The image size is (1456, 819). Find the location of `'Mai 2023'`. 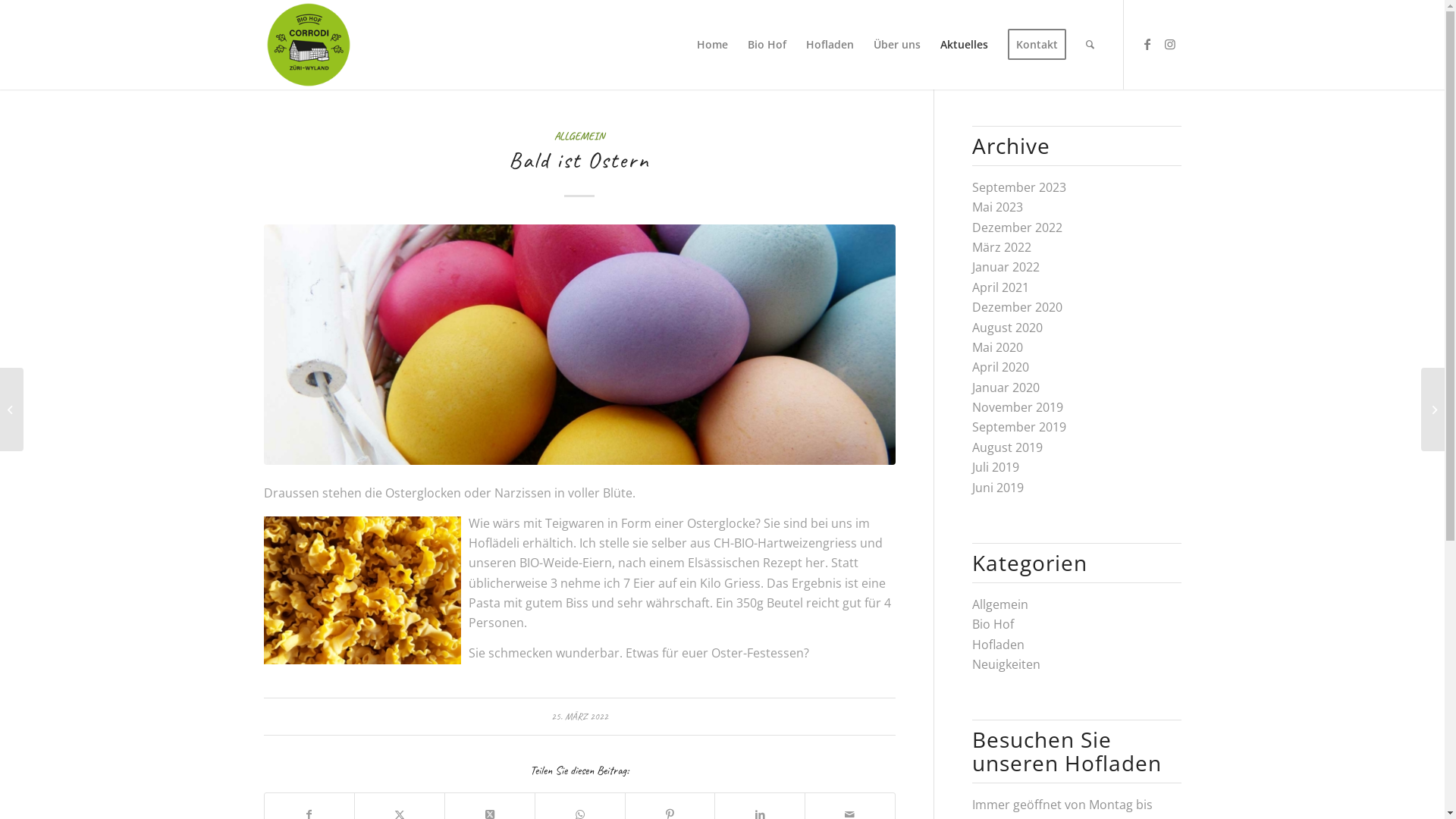

'Mai 2023' is located at coordinates (997, 207).